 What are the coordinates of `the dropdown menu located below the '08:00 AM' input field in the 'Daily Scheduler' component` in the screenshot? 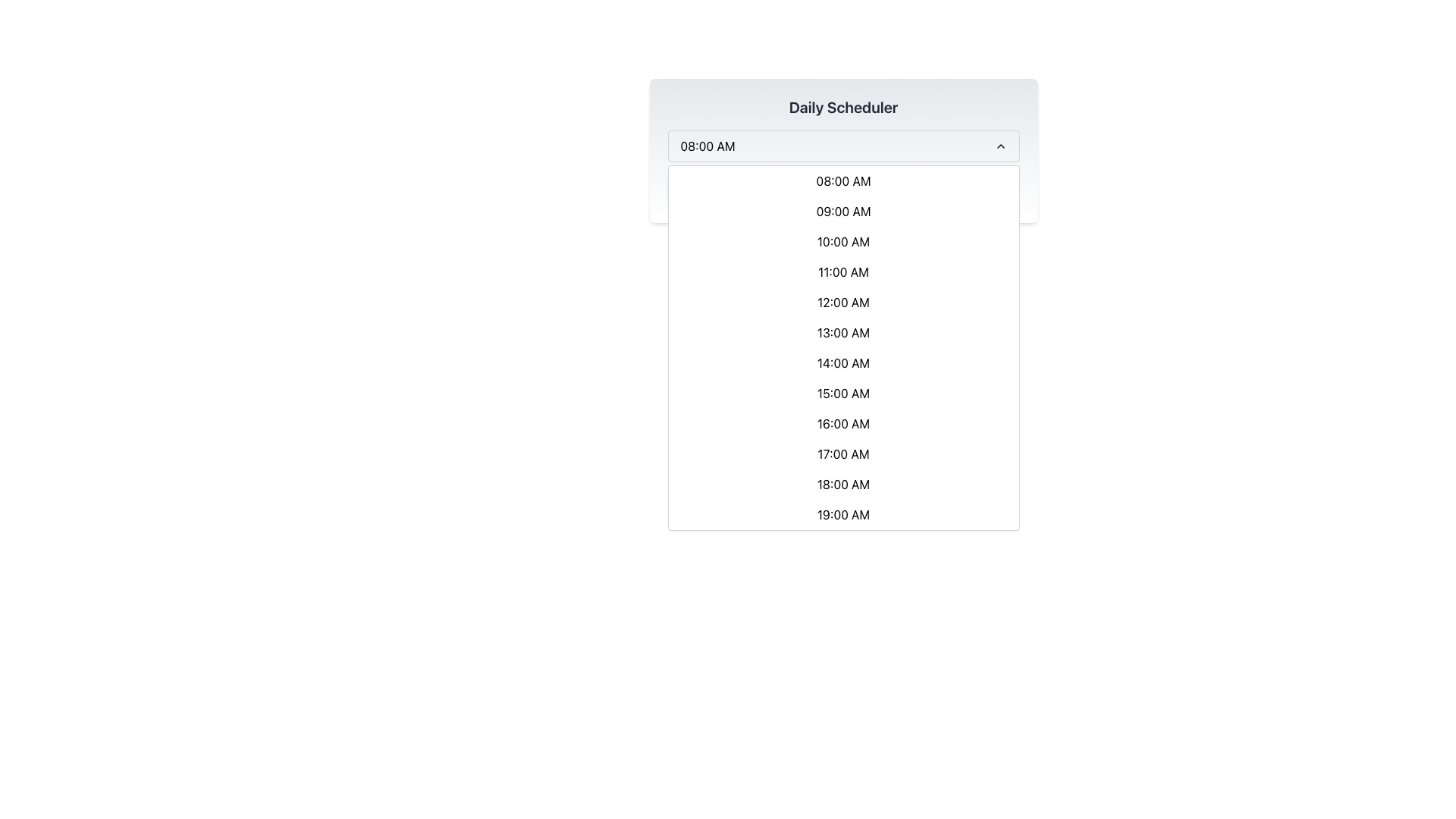 It's located at (843, 348).